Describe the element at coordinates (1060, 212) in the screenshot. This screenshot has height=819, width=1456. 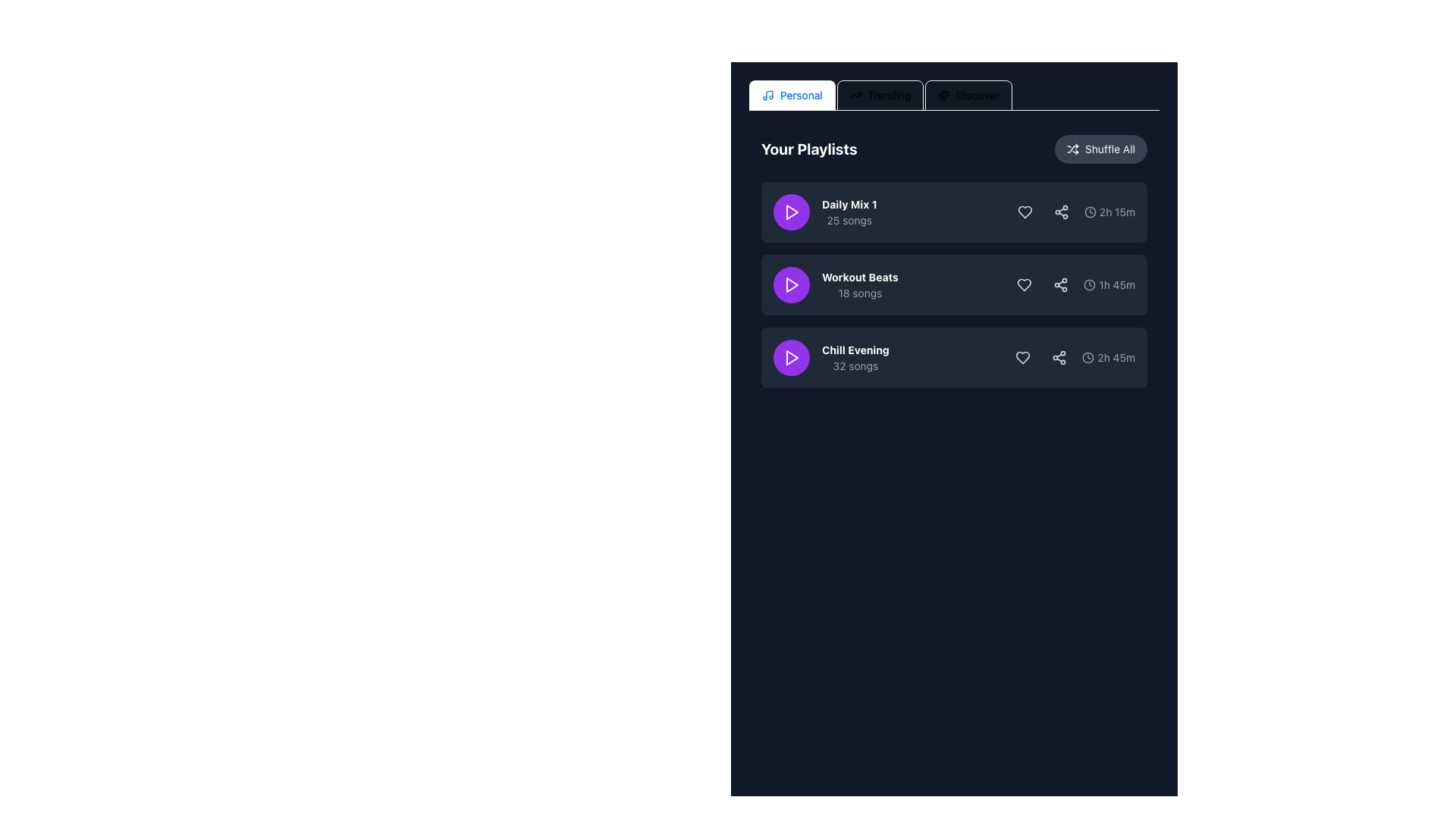
I see `the share button located as the third interactive button in the 'Daily Mix 1' playlist item to observe a styling change` at that location.